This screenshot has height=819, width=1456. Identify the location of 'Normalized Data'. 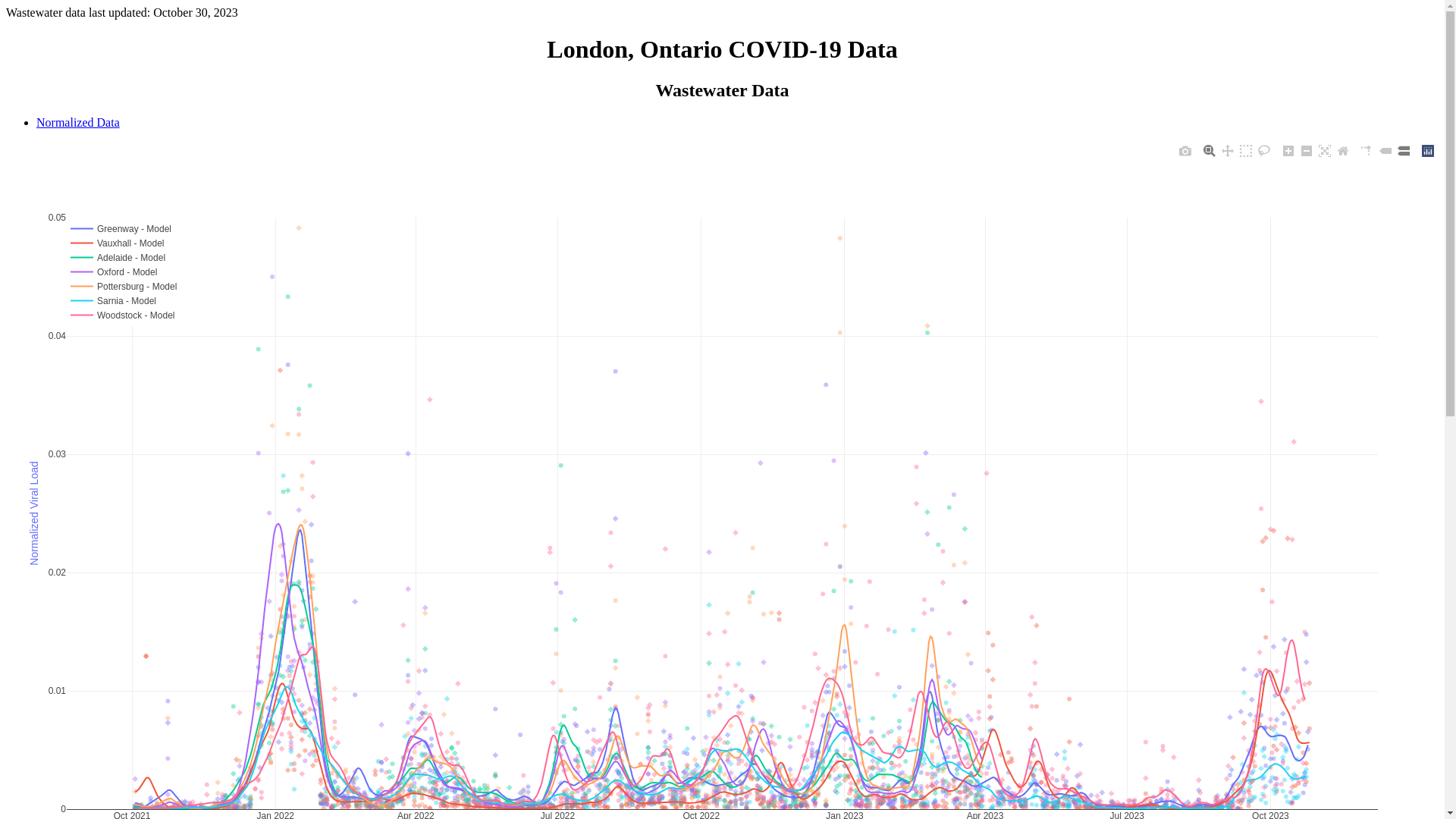
(36, 121).